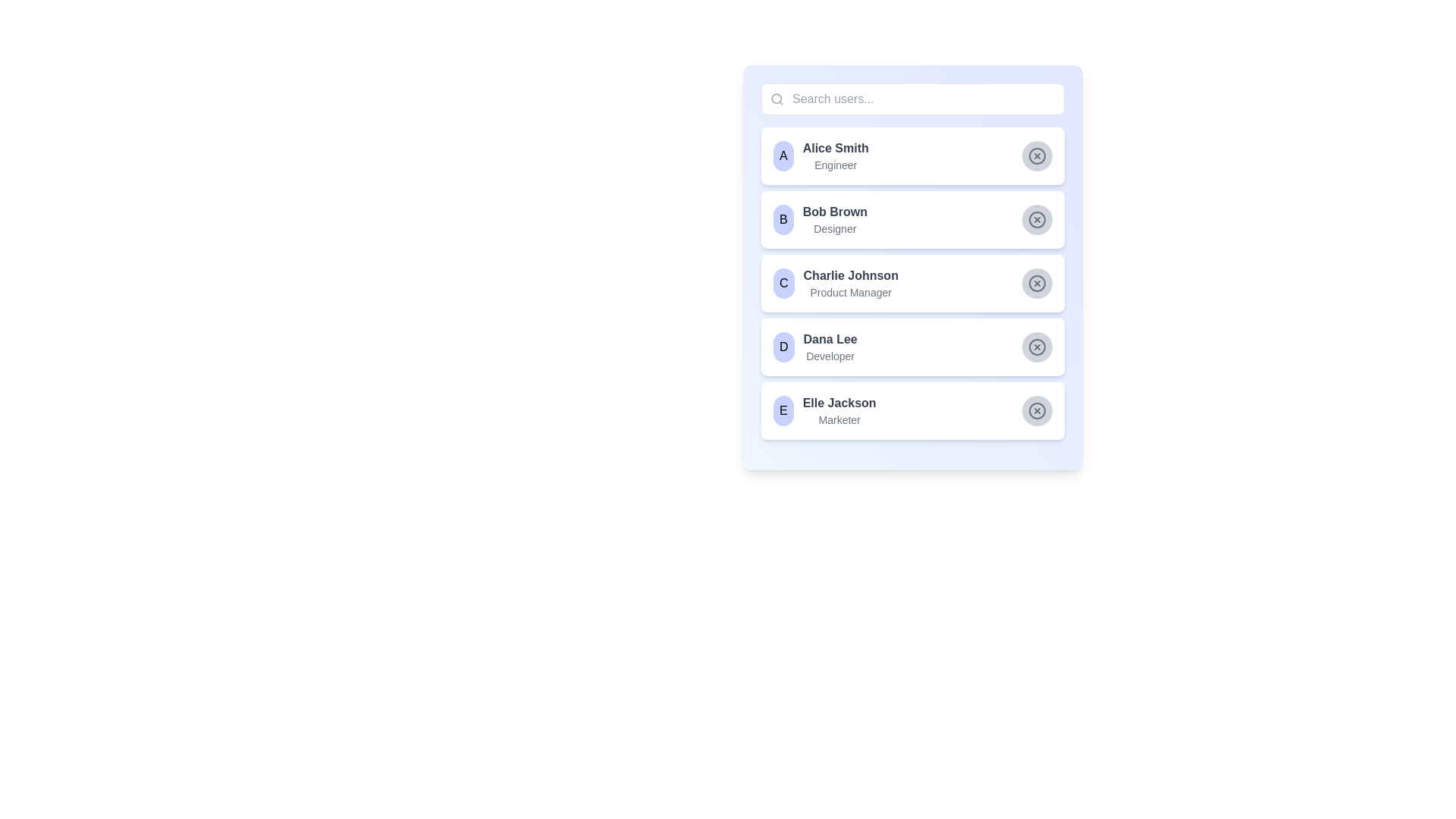 The height and width of the screenshot is (819, 1456). What do you see at coordinates (783, 155) in the screenshot?
I see `the circular badge representing the user avatar for 'Alice Smith' located at the top of the vertical list` at bounding box center [783, 155].